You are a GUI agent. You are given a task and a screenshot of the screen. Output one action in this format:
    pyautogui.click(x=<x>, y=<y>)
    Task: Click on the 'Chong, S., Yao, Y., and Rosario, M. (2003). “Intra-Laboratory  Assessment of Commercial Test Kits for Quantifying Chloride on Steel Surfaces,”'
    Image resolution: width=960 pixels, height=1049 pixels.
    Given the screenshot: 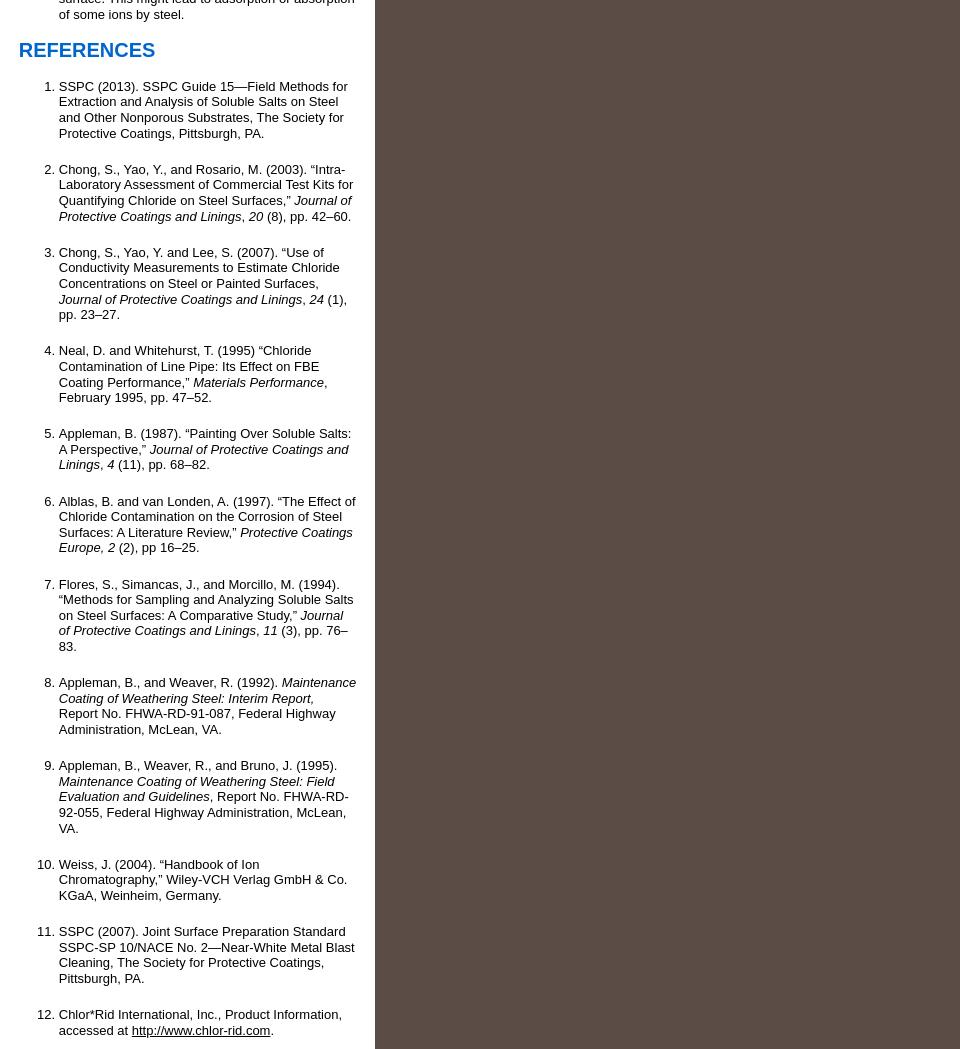 What is the action you would take?
    pyautogui.click(x=205, y=182)
    